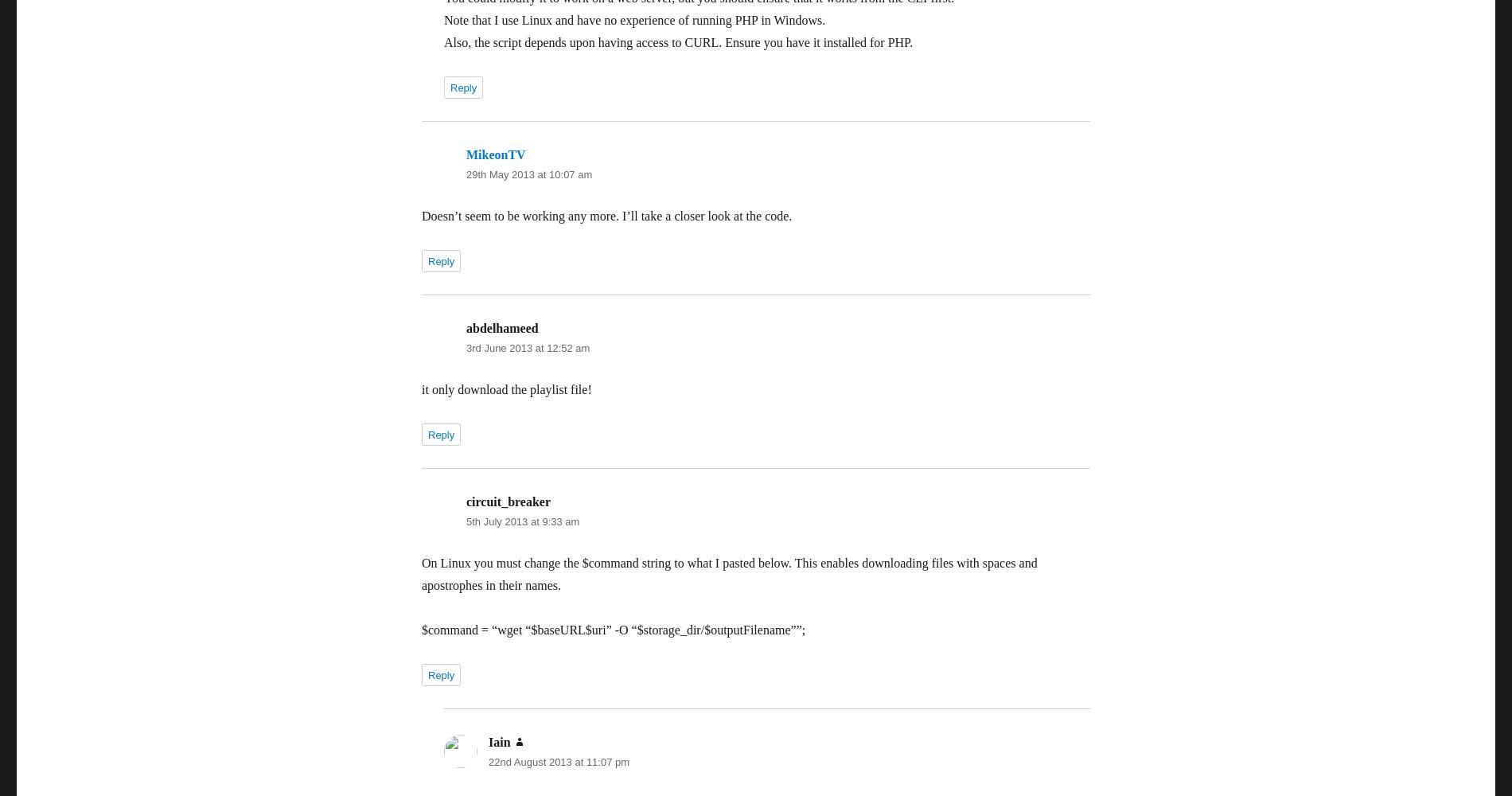 The width and height of the screenshot is (1512, 796). I want to click on 'circuit_breaker', so click(466, 501).